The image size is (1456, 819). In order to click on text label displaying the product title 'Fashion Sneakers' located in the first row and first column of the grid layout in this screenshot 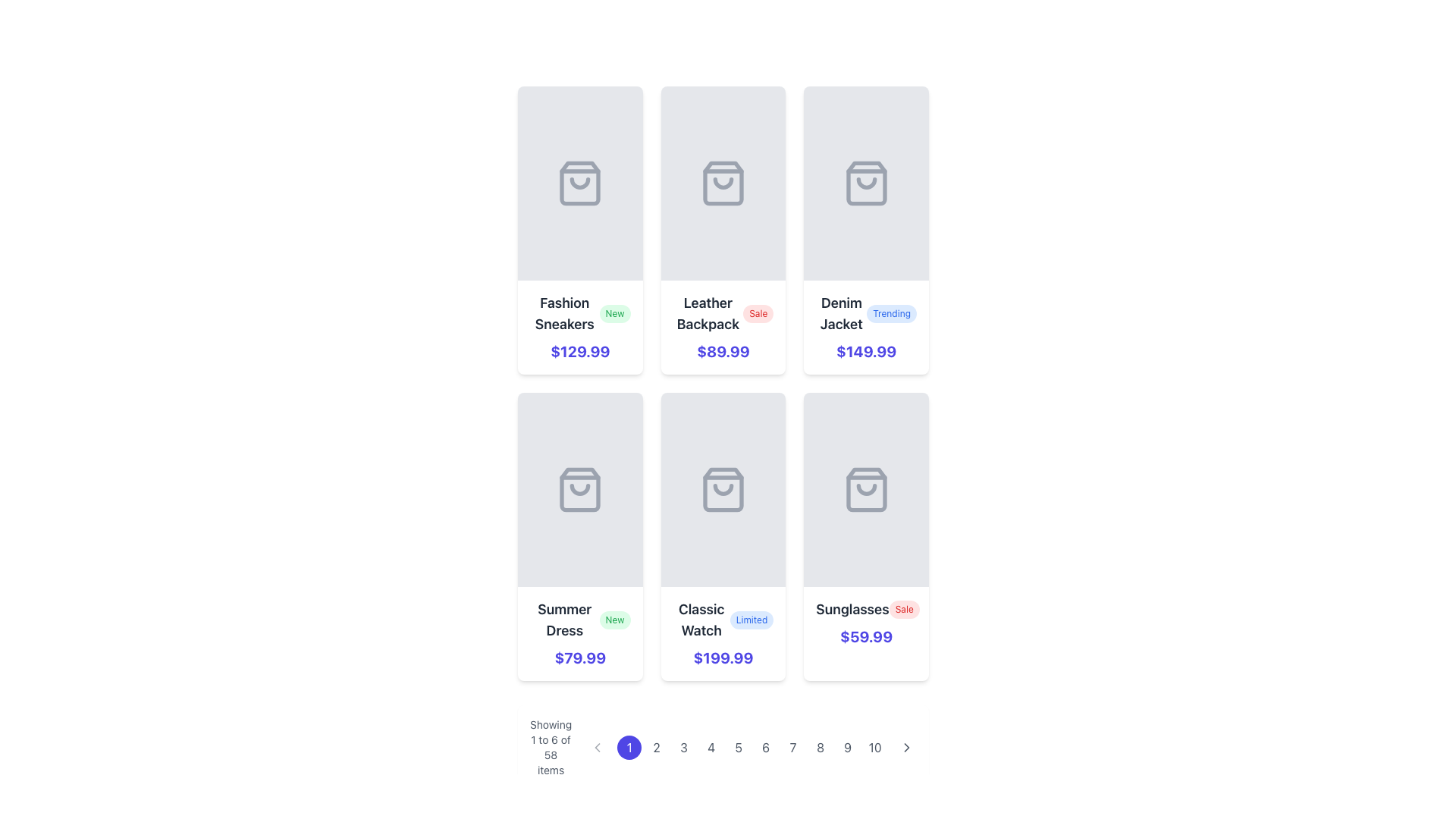, I will do `click(563, 312)`.